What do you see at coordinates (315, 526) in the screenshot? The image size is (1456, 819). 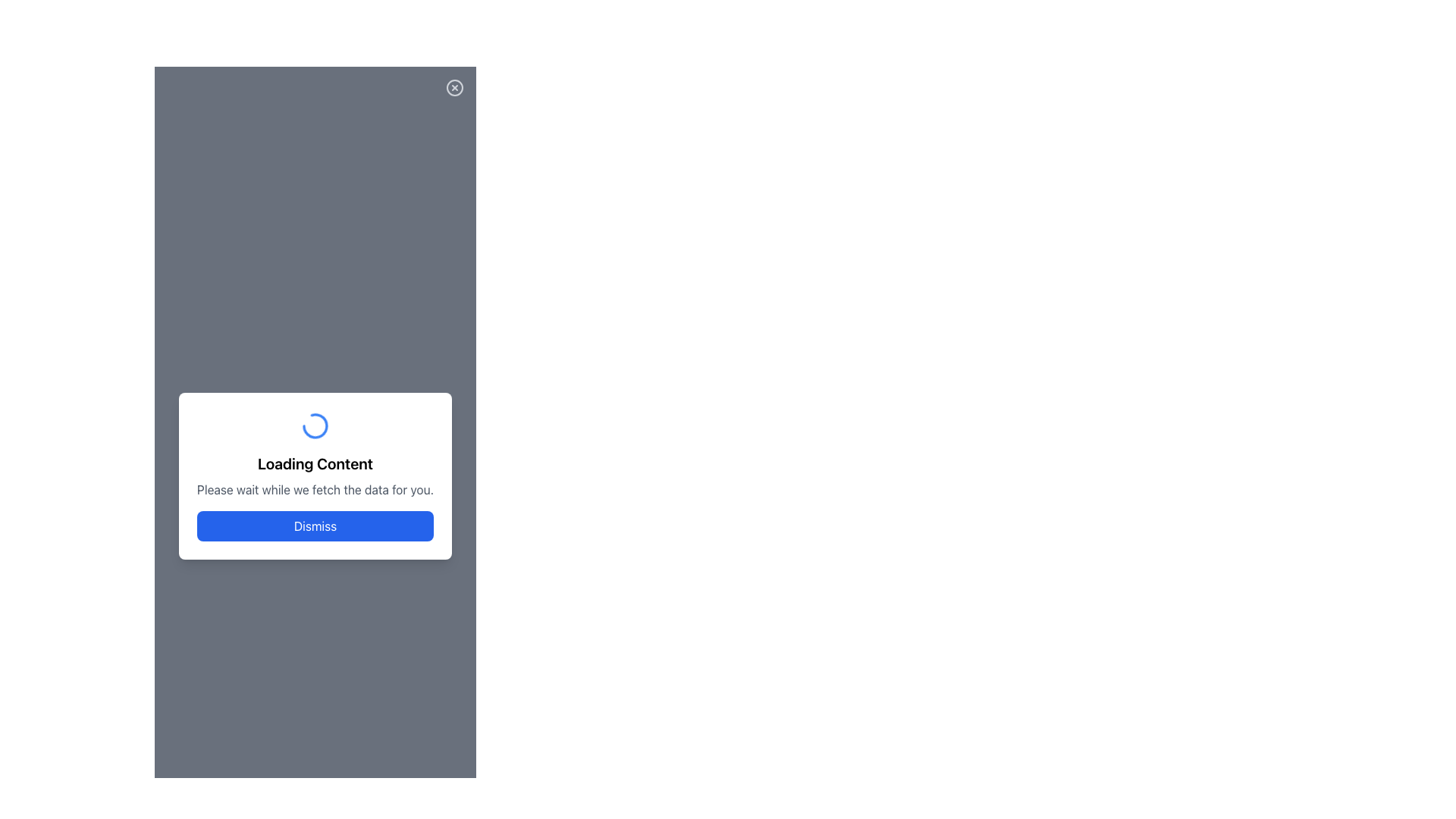 I see `the 'Dismiss' button located at the bottom of the modal dialog` at bounding box center [315, 526].